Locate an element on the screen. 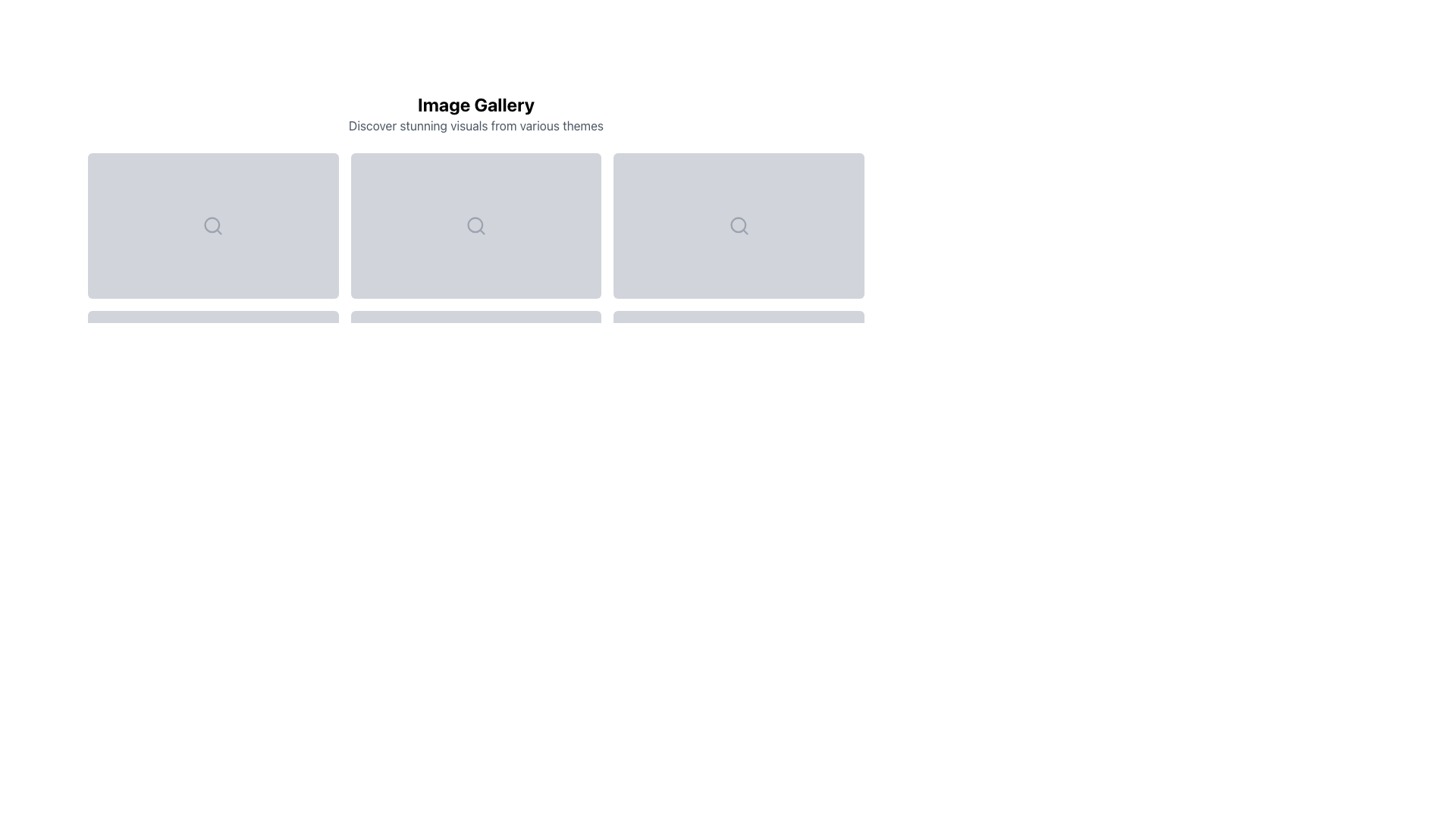 This screenshot has width=1456, height=819. the search icon component located within the first card of three horizontally arranged cards, indicating its functionality for search operations is located at coordinates (212, 224).